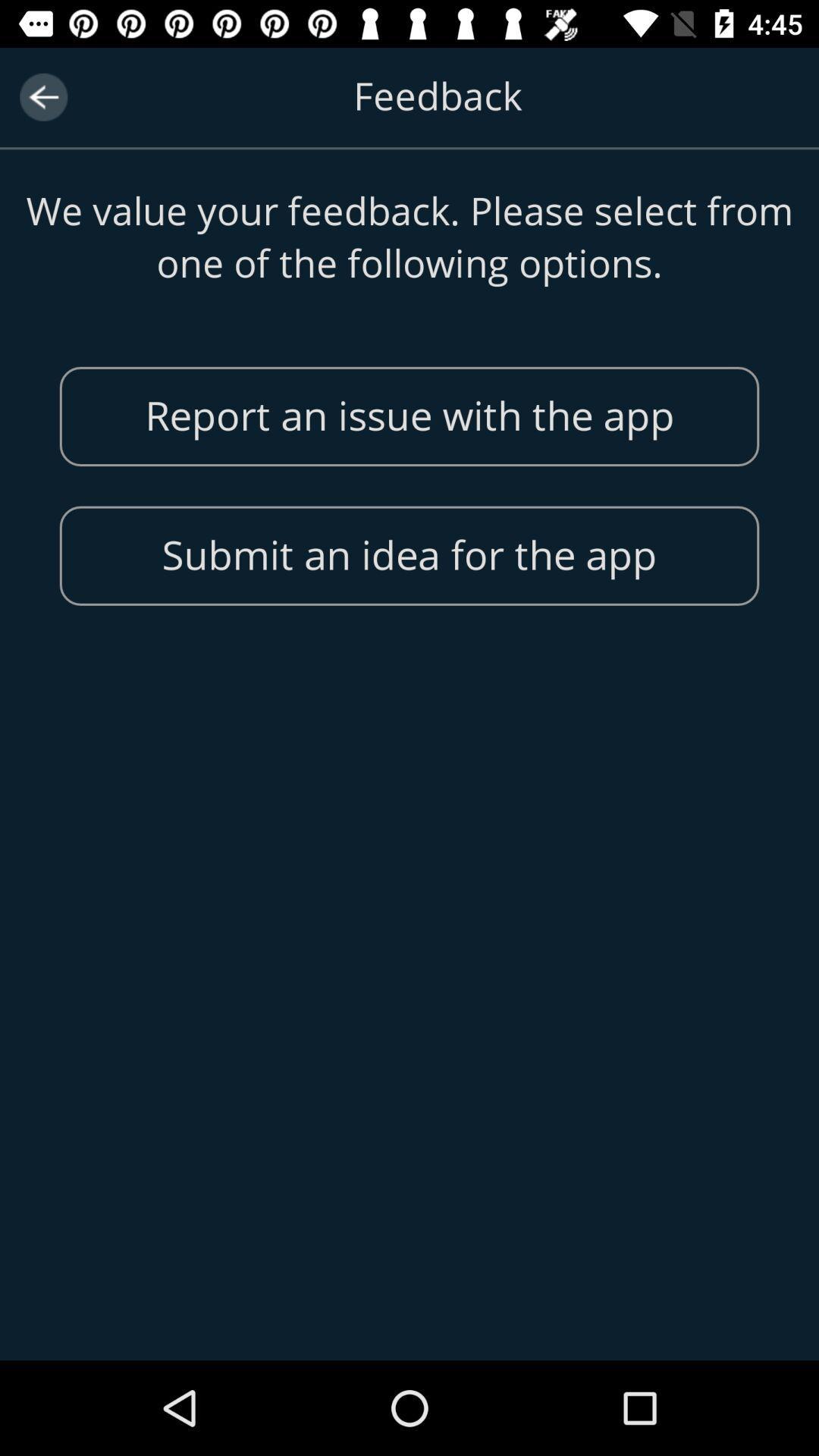 The image size is (819, 1456). What do you see at coordinates (42, 96) in the screenshot?
I see `the arrow_backward icon` at bounding box center [42, 96].